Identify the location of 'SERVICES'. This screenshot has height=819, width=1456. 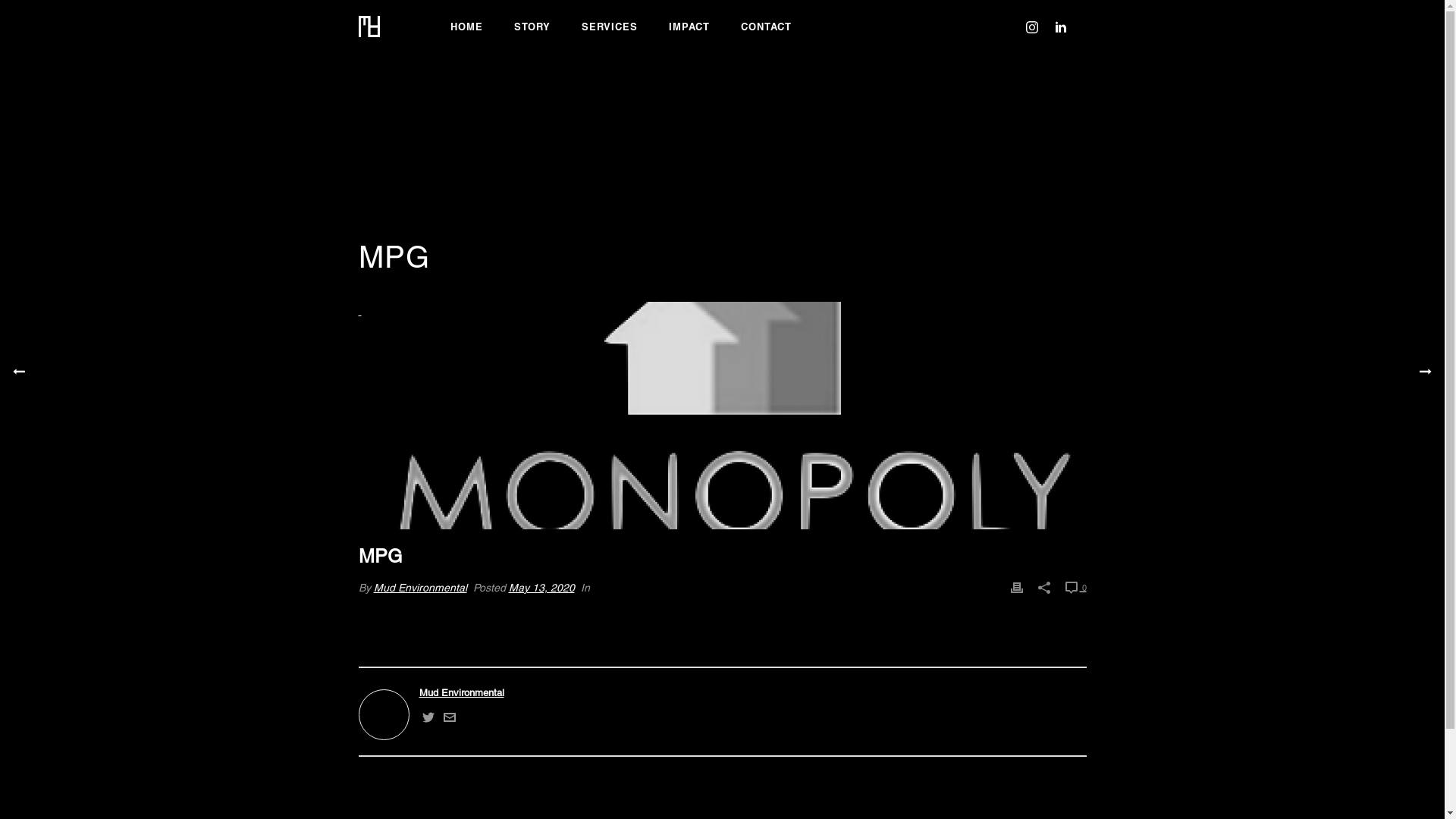
(564, 26).